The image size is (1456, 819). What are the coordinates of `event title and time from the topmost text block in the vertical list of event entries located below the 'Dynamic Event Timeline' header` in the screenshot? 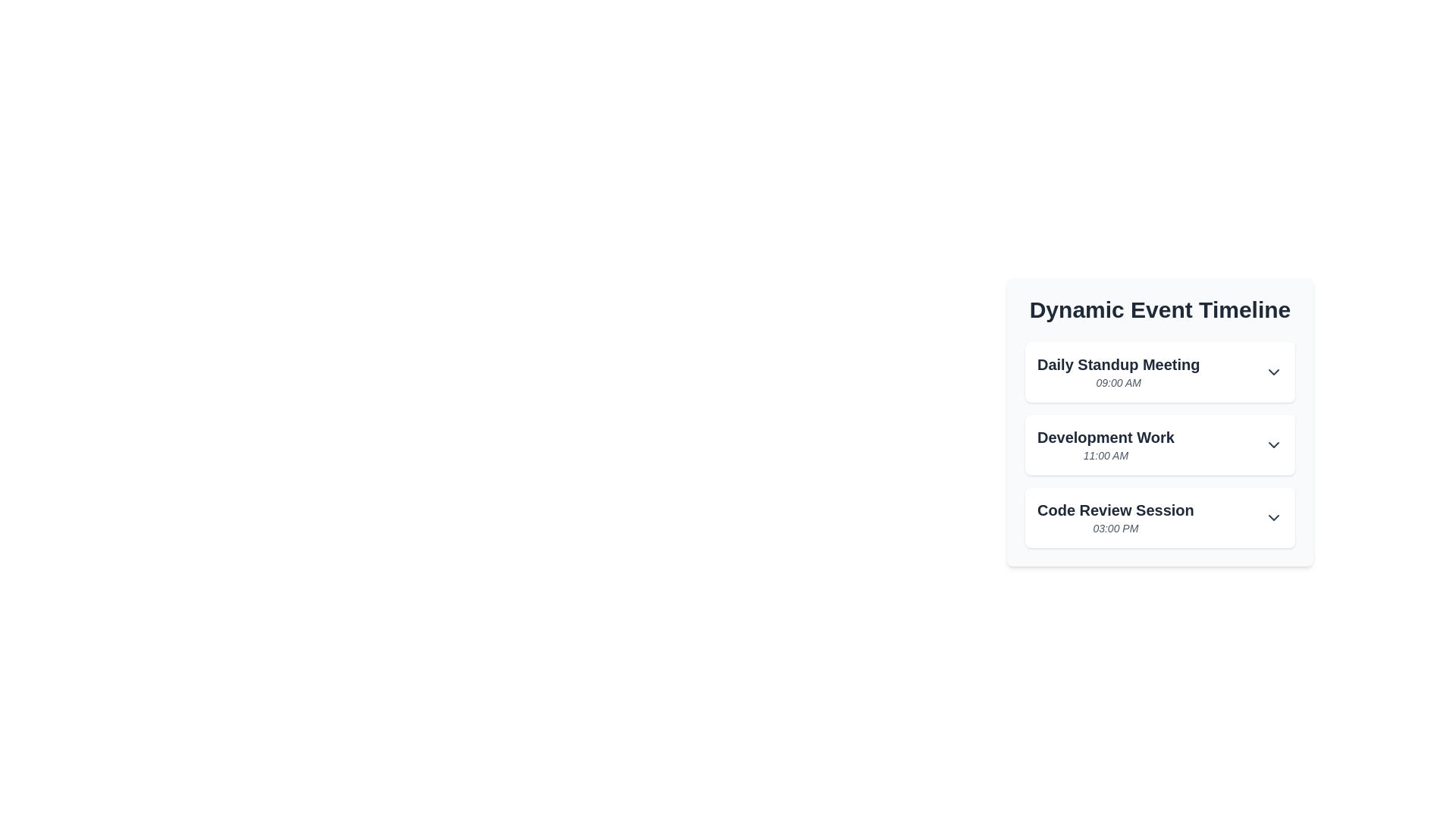 It's located at (1159, 372).